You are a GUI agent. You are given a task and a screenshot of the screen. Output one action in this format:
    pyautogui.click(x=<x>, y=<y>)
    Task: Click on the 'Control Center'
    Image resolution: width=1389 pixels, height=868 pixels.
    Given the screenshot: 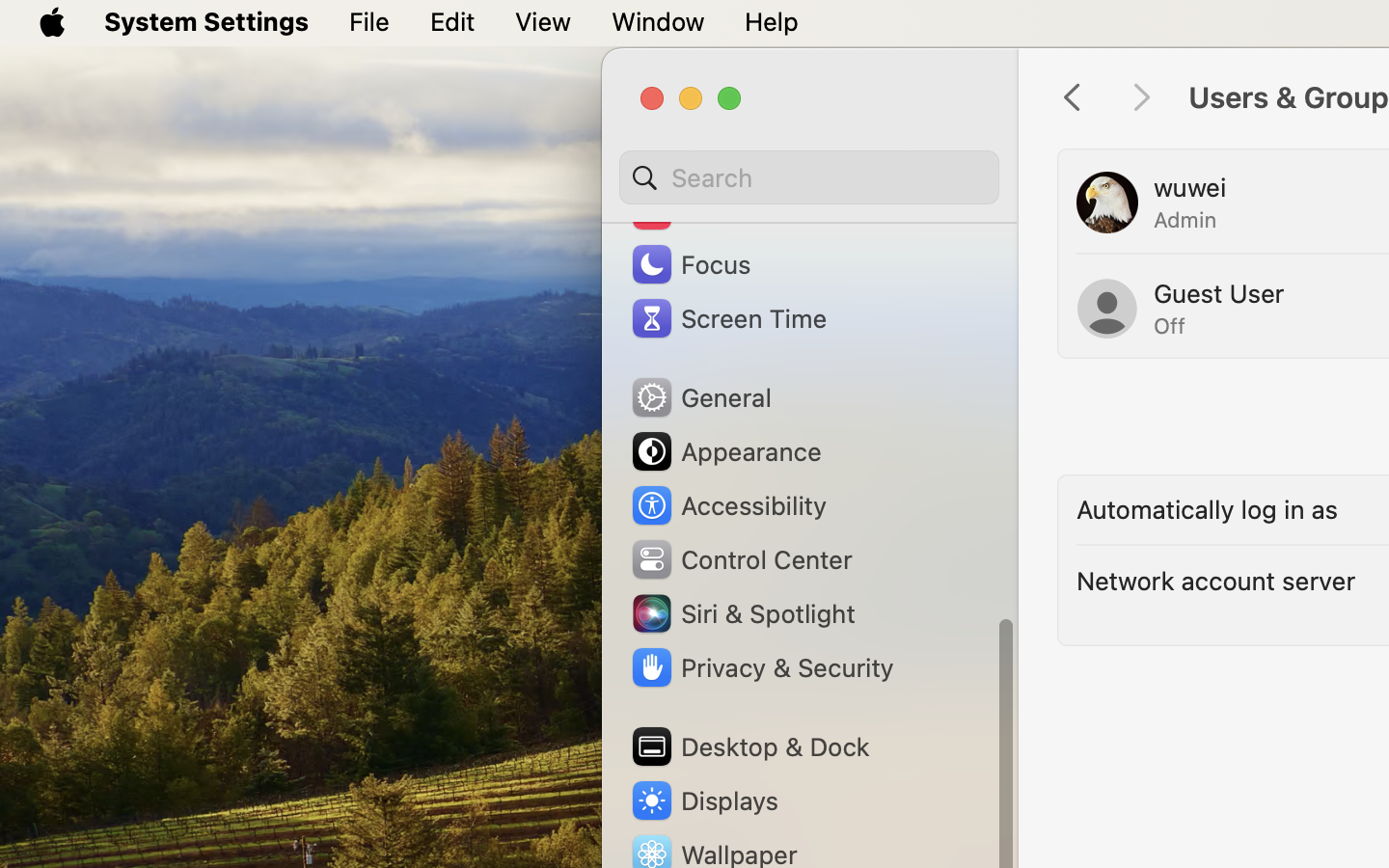 What is the action you would take?
    pyautogui.click(x=739, y=558)
    